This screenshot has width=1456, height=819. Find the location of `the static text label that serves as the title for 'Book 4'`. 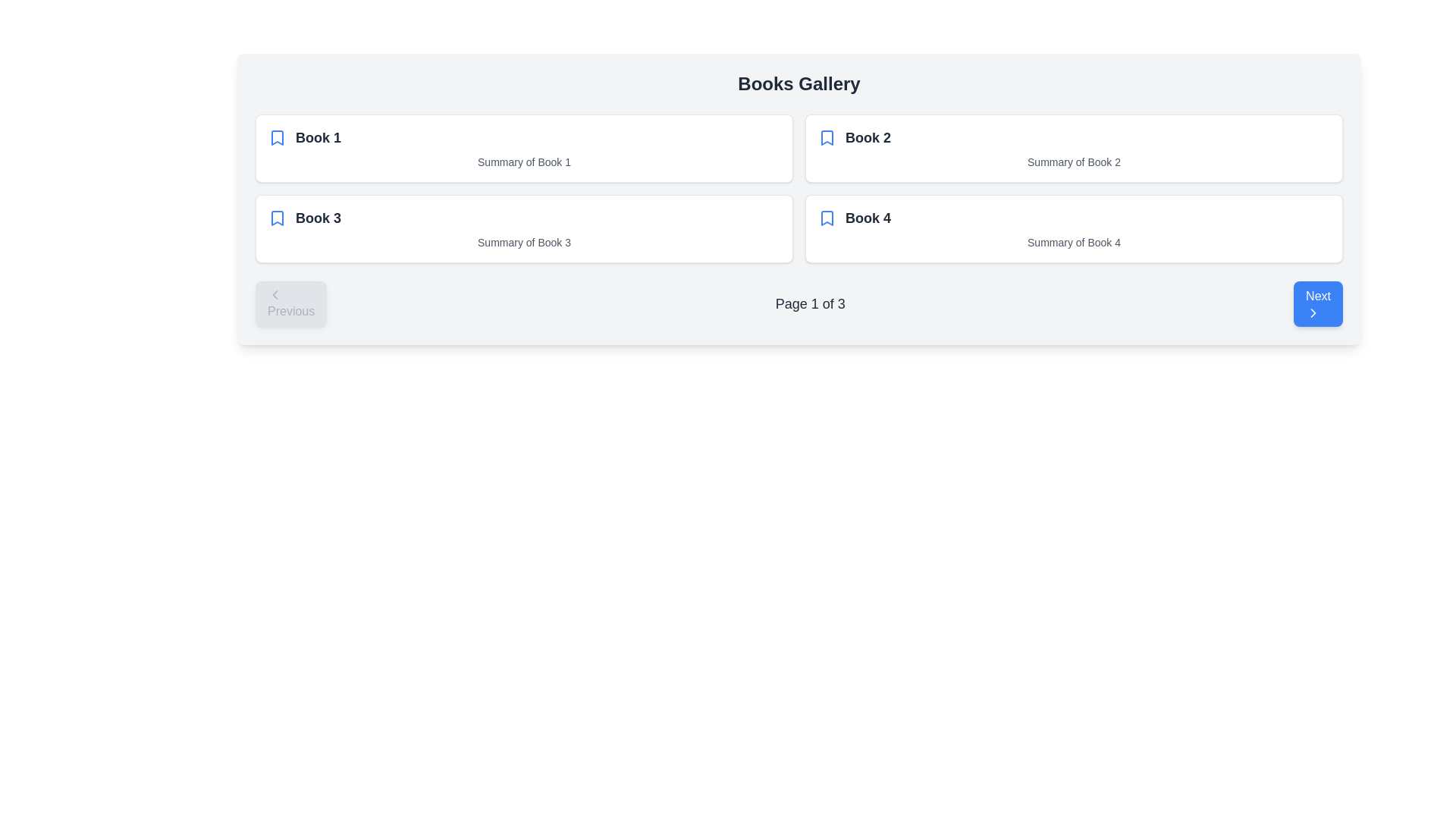

the static text label that serves as the title for 'Book 4' is located at coordinates (868, 218).